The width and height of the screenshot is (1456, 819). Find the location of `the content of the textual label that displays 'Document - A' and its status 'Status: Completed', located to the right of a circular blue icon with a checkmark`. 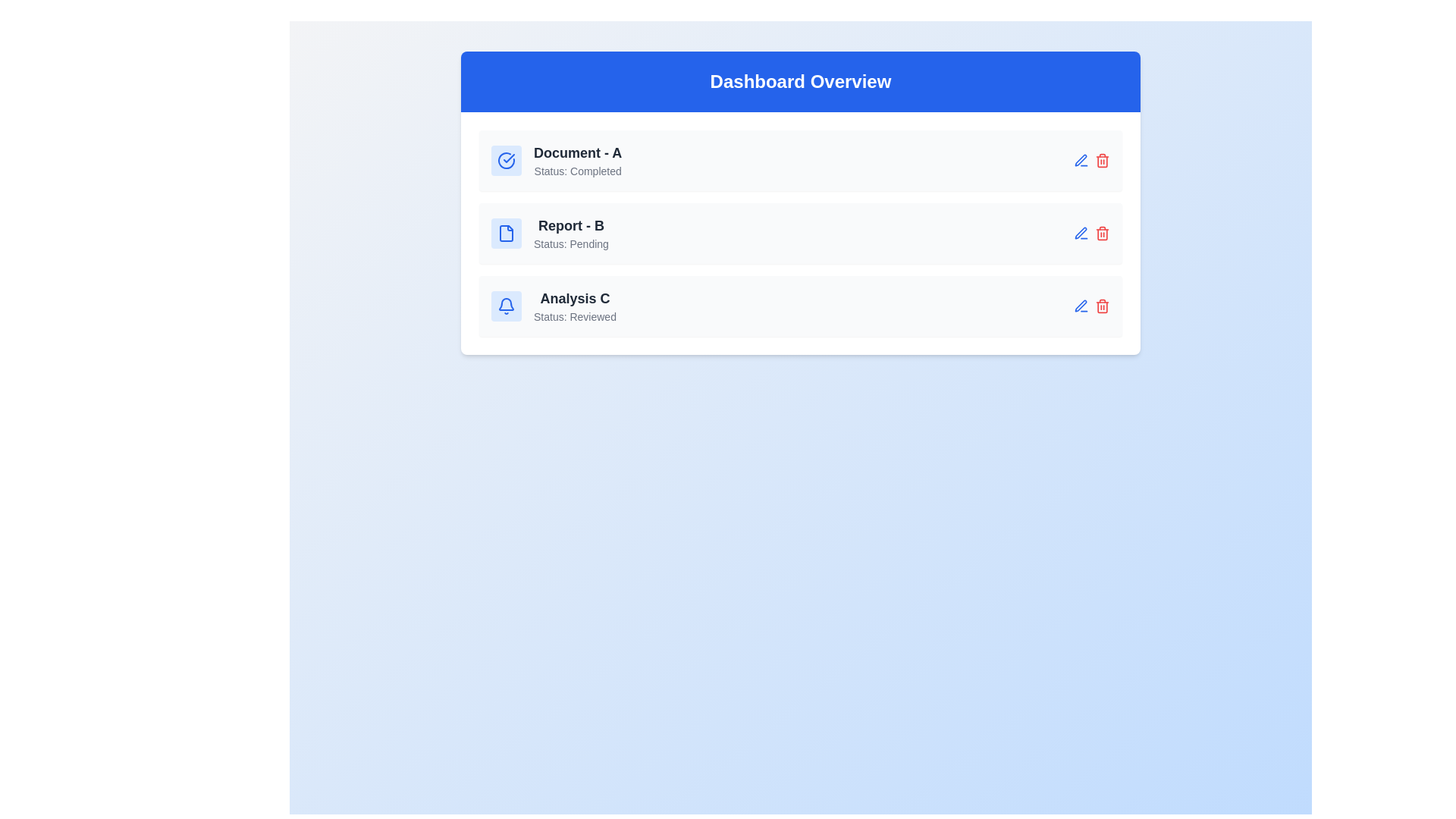

the content of the textual label that displays 'Document - A' and its status 'Status: Completed', located to the right of a circular blue icon with a checkmark is located at coordinates (577, 161).